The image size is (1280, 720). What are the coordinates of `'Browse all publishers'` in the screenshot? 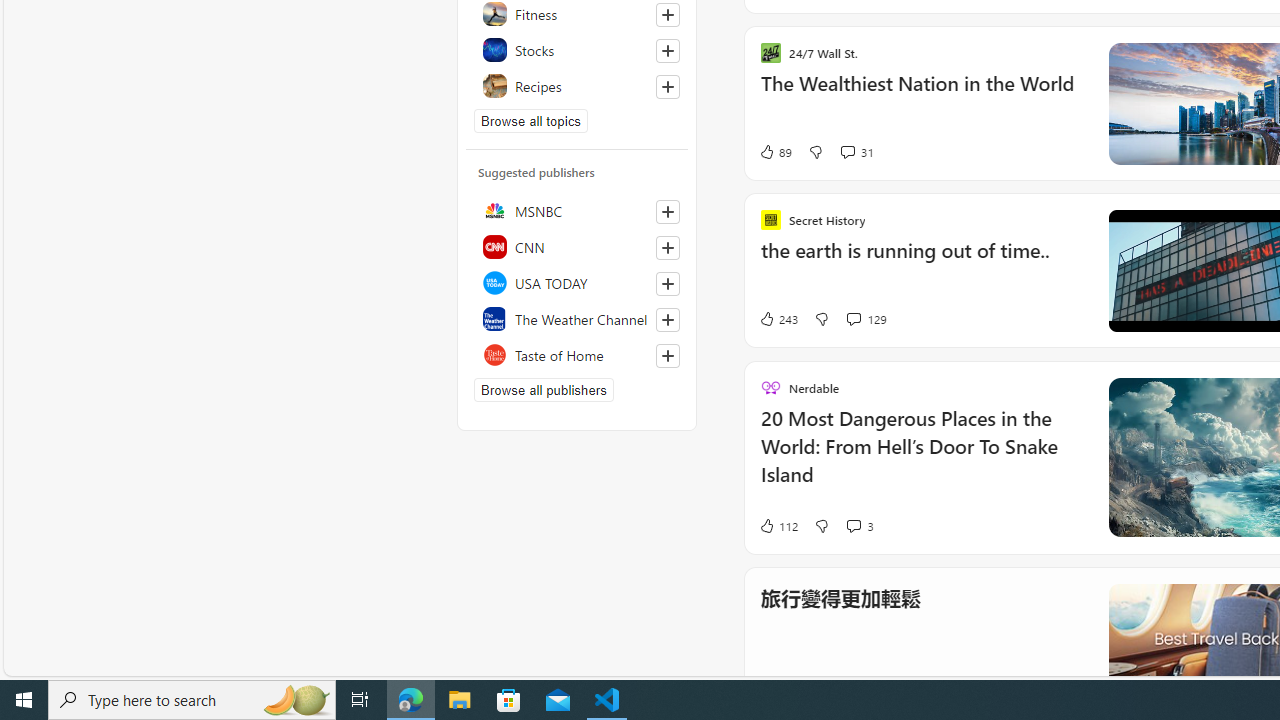 It's located at (544, 389).